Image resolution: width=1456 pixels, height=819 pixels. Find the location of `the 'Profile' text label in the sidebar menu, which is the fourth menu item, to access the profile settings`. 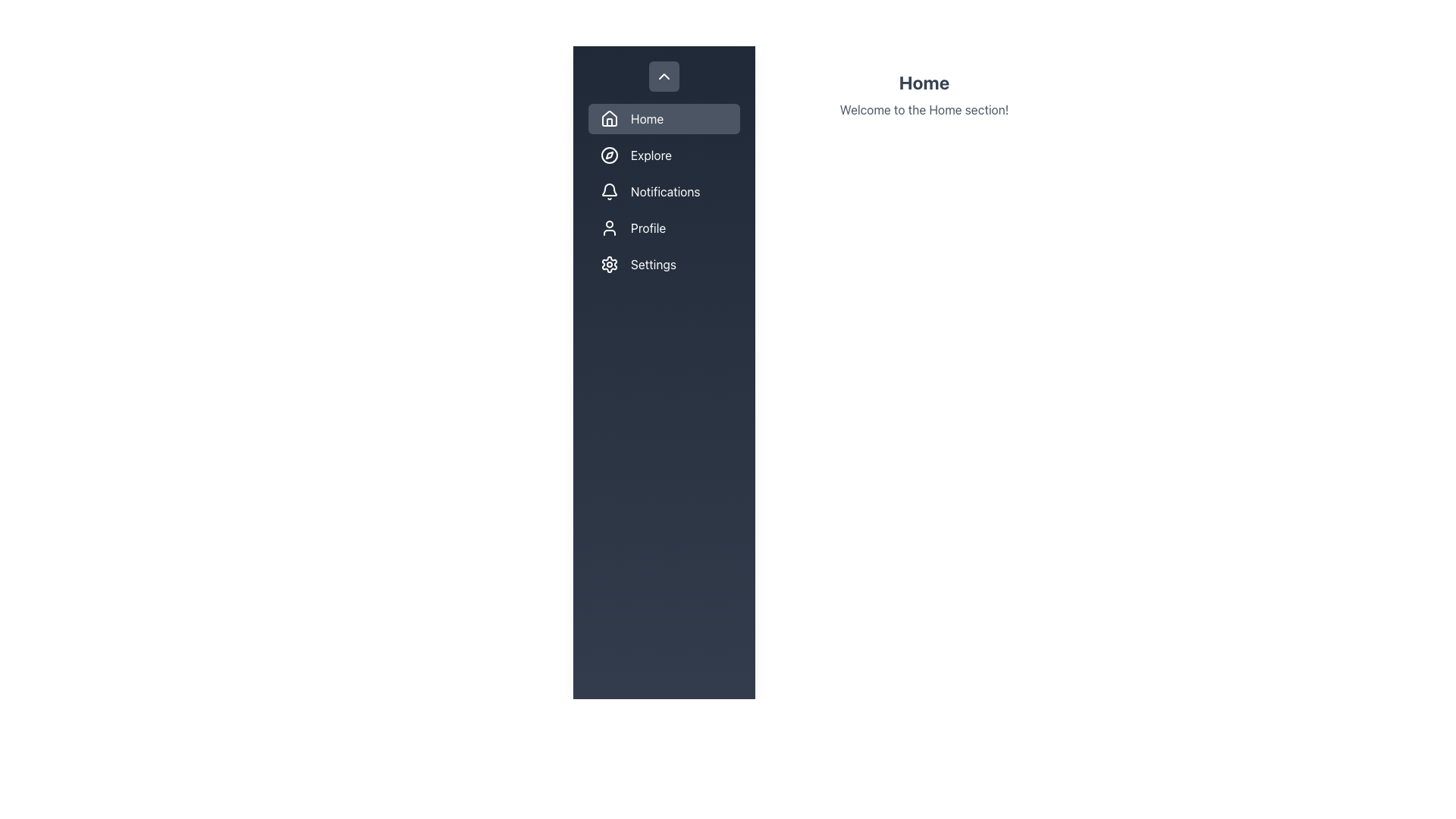

the 'Profile' text label in the sidebar menu, which is the fourth menu item, to access the profile settings is located at coordinates (648, 227).